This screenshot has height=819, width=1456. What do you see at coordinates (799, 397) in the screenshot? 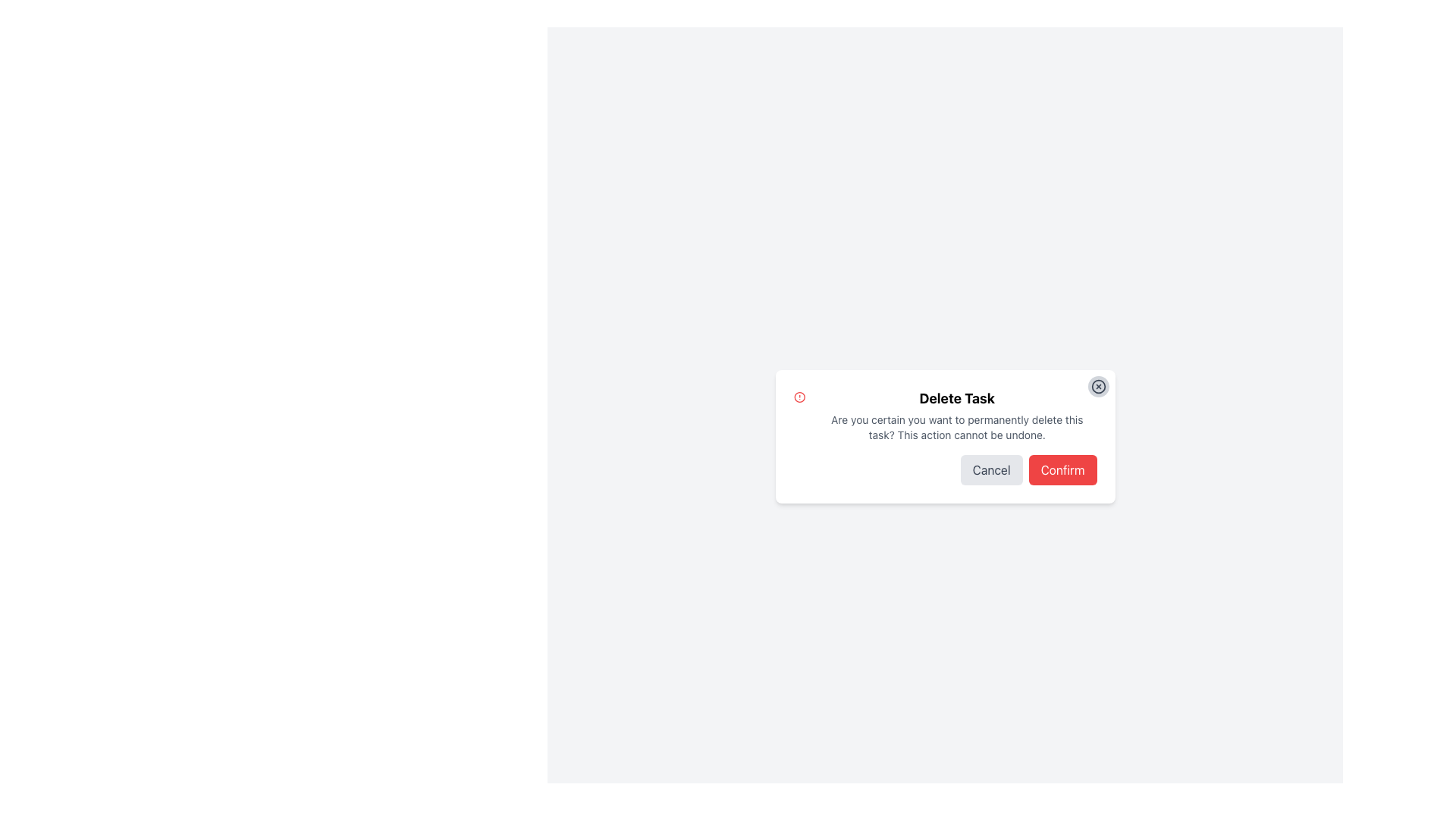
I see `the red circular icon within the warning icon located at the top-left corner of the modal dialog box` at bounding box center [799, 397].